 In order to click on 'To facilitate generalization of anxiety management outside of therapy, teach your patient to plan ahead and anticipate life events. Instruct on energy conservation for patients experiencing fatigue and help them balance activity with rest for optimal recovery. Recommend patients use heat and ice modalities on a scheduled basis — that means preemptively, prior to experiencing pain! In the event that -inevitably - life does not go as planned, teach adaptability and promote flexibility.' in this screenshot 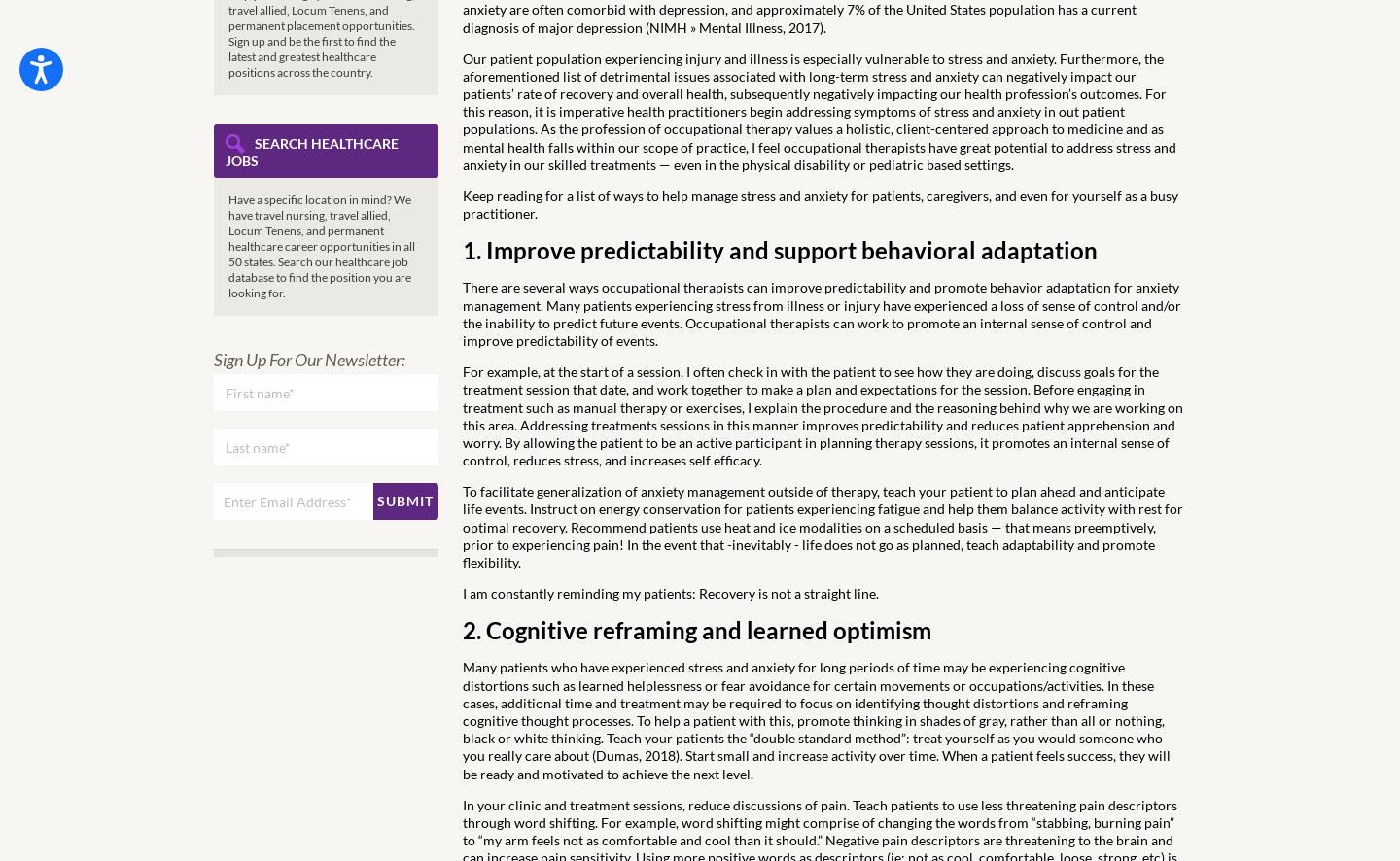, I will do `click(463, 526)`.